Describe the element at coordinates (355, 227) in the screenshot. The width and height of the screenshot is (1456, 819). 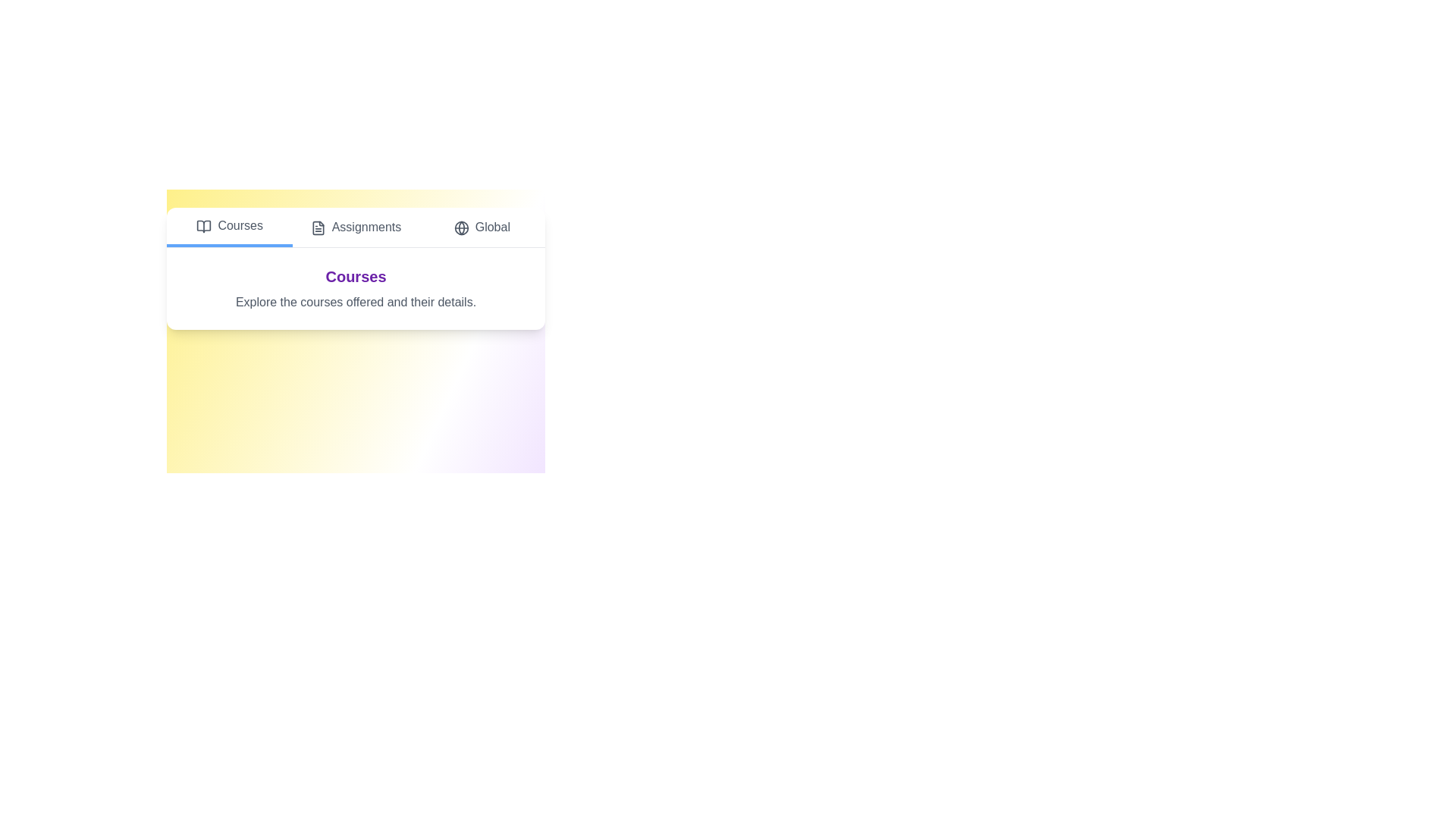
I see `the Assignments tab by clicking on its button` at that location.